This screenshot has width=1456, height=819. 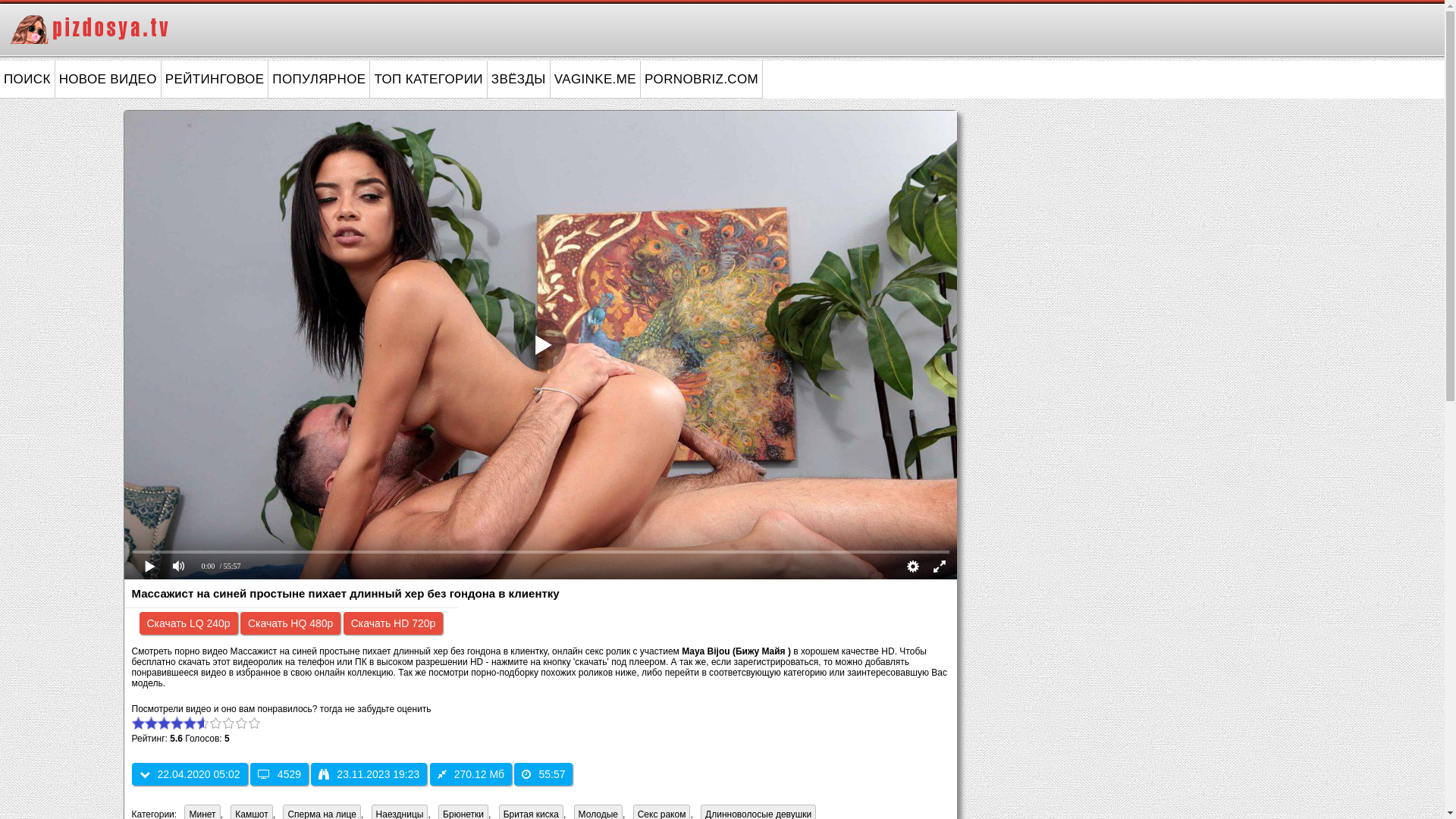 What do you see at coordinates (131, 774) in the screenshot?
I see `'22.04.2020 05:02'` at bounding box center [131, 774].